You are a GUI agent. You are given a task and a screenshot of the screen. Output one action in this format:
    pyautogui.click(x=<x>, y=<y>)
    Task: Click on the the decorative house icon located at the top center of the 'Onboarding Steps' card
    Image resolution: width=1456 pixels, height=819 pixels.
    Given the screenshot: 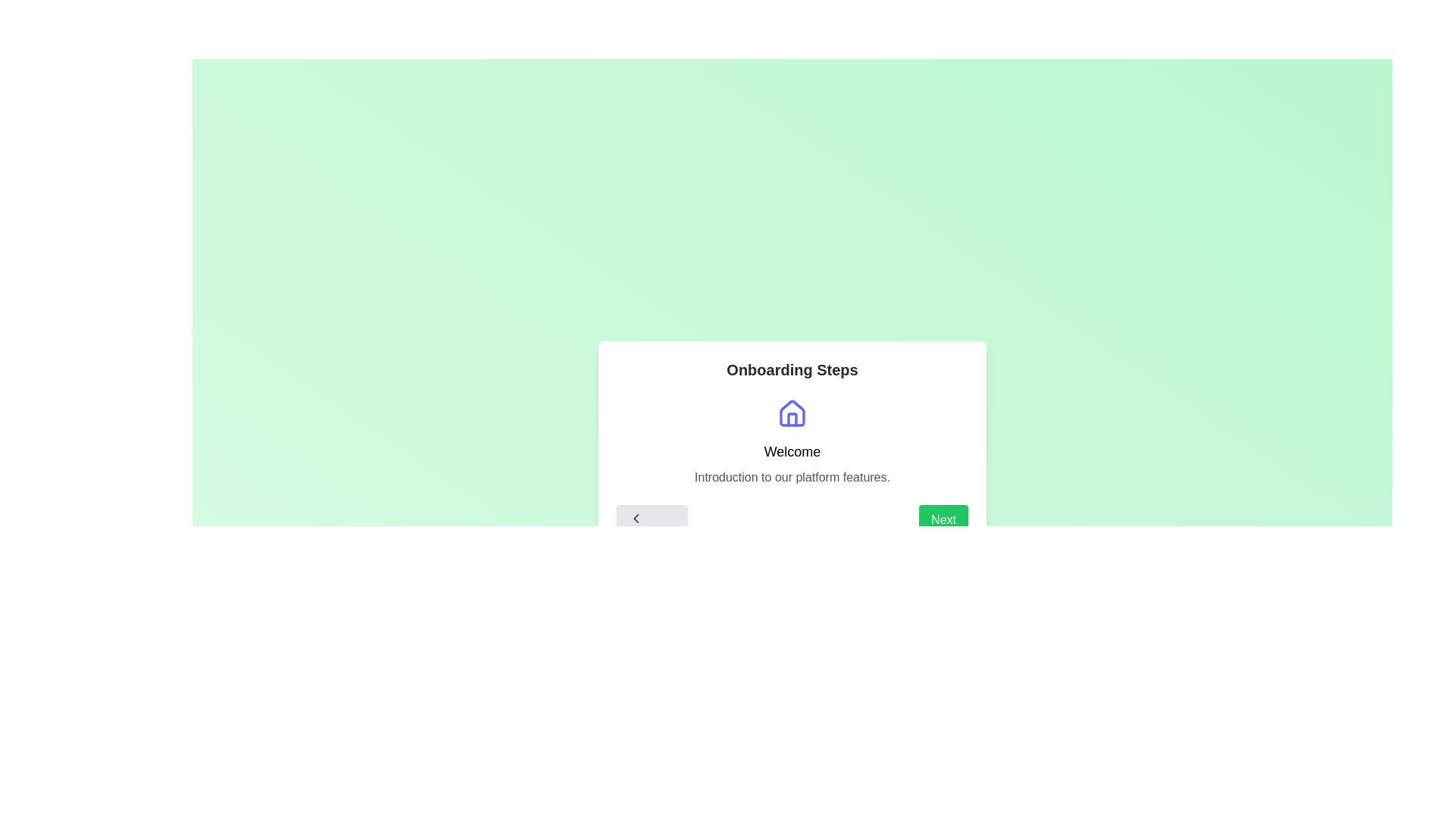 What is the action you would take?
    pyautogui.click(x=792, y=419)
    